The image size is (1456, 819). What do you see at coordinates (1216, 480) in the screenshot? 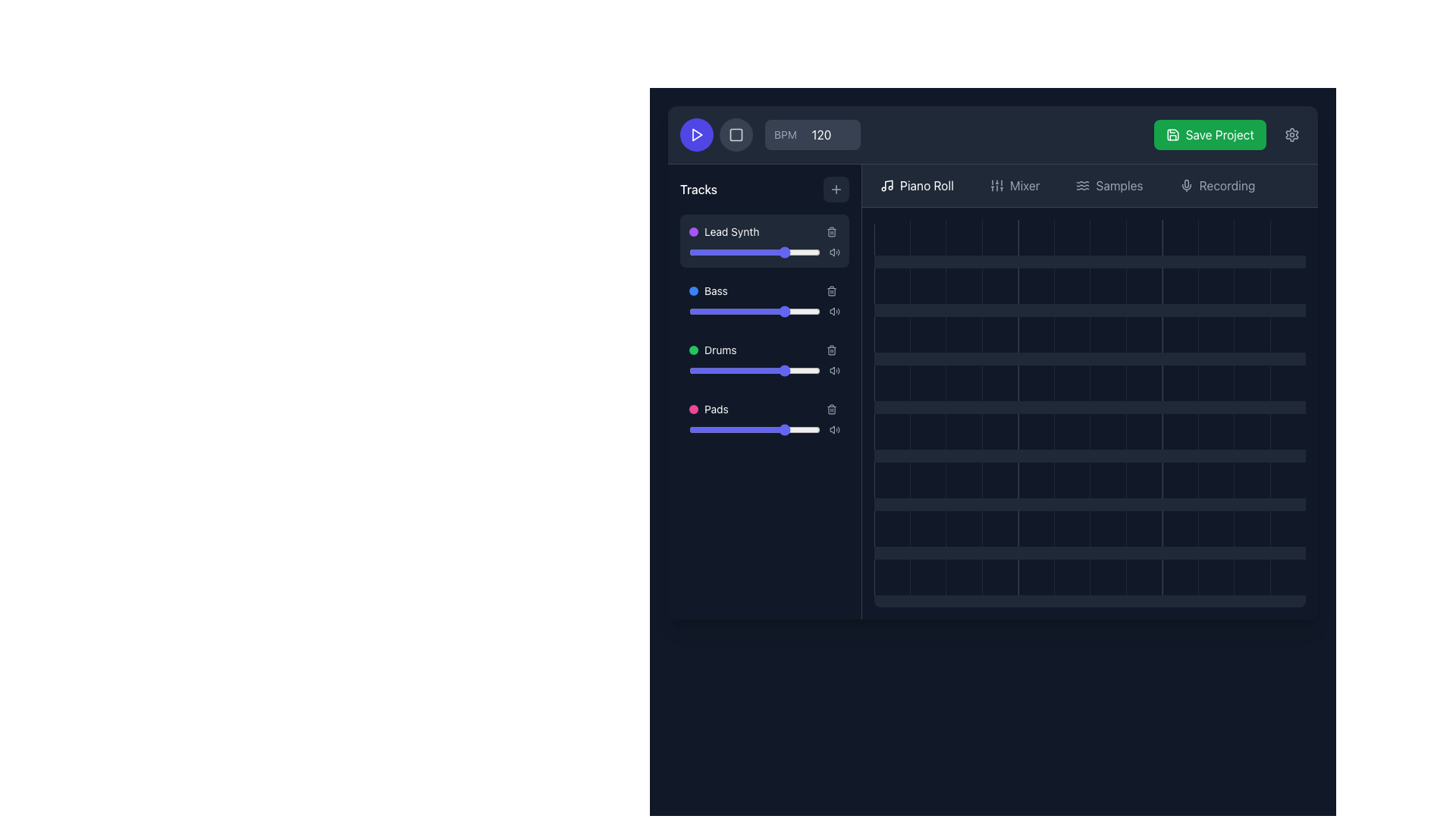
I see `the grid cell located in the 11th column of the 6th row in the piano roll UI` at bounding box center [1216, 480].